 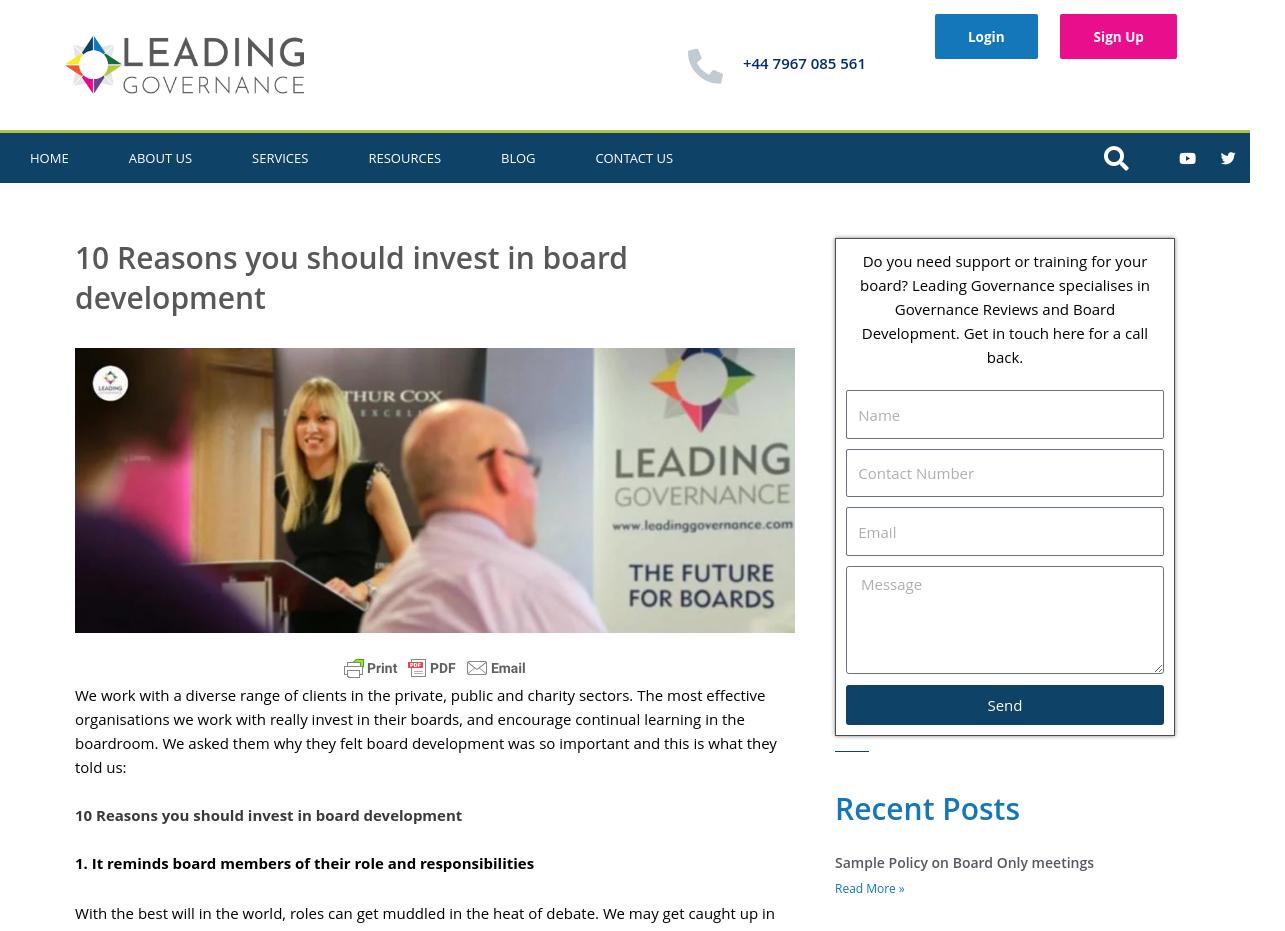 What do you see at coordinates (403, 156) in the screenshot?
I see `'Resources'` at bounding box center [403, 156].